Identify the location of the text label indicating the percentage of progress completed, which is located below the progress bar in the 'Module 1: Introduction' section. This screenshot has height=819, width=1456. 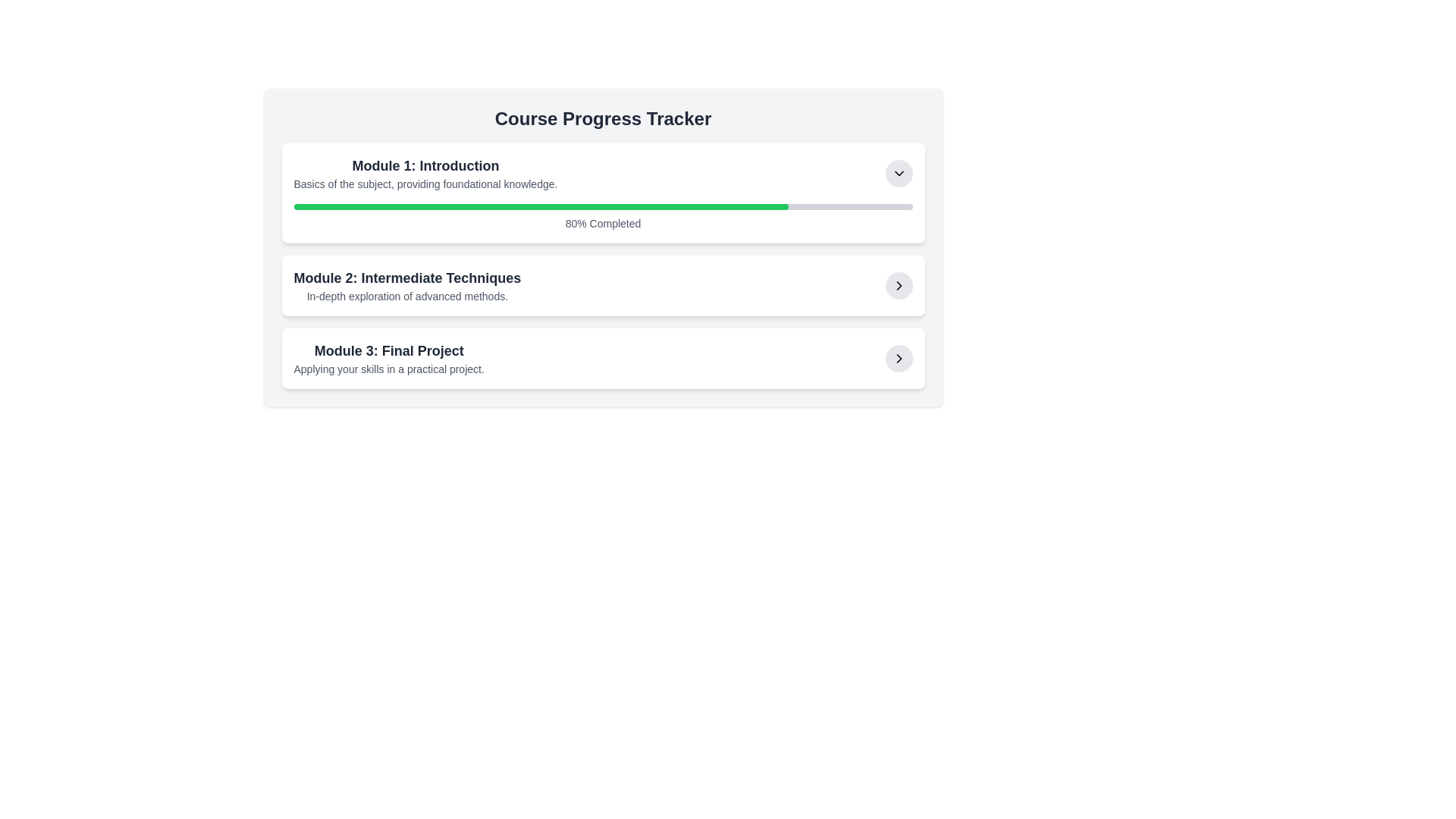
(602, 223).